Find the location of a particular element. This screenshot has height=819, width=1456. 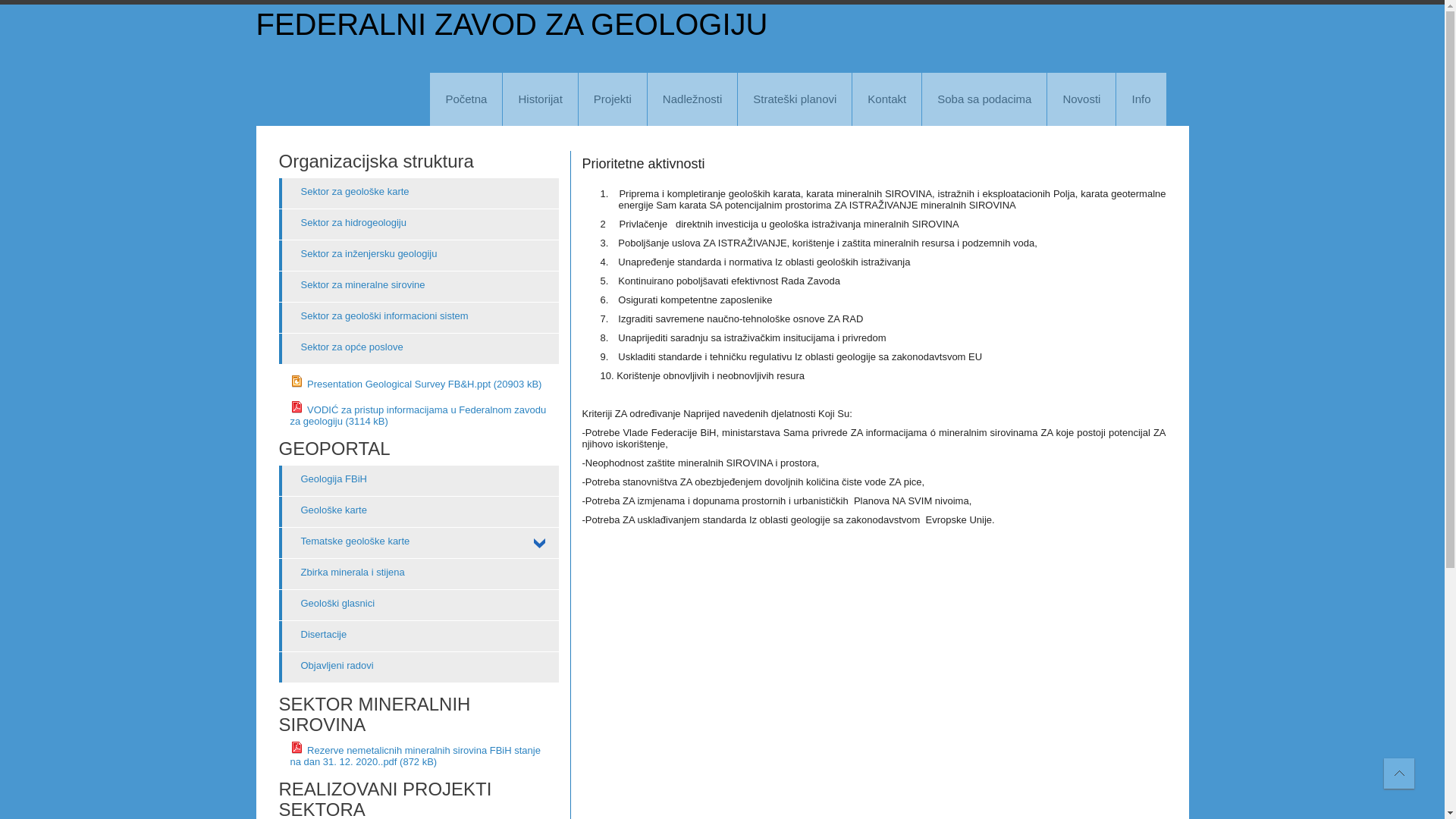

'Historijat' is located at coordinates (539, 99).